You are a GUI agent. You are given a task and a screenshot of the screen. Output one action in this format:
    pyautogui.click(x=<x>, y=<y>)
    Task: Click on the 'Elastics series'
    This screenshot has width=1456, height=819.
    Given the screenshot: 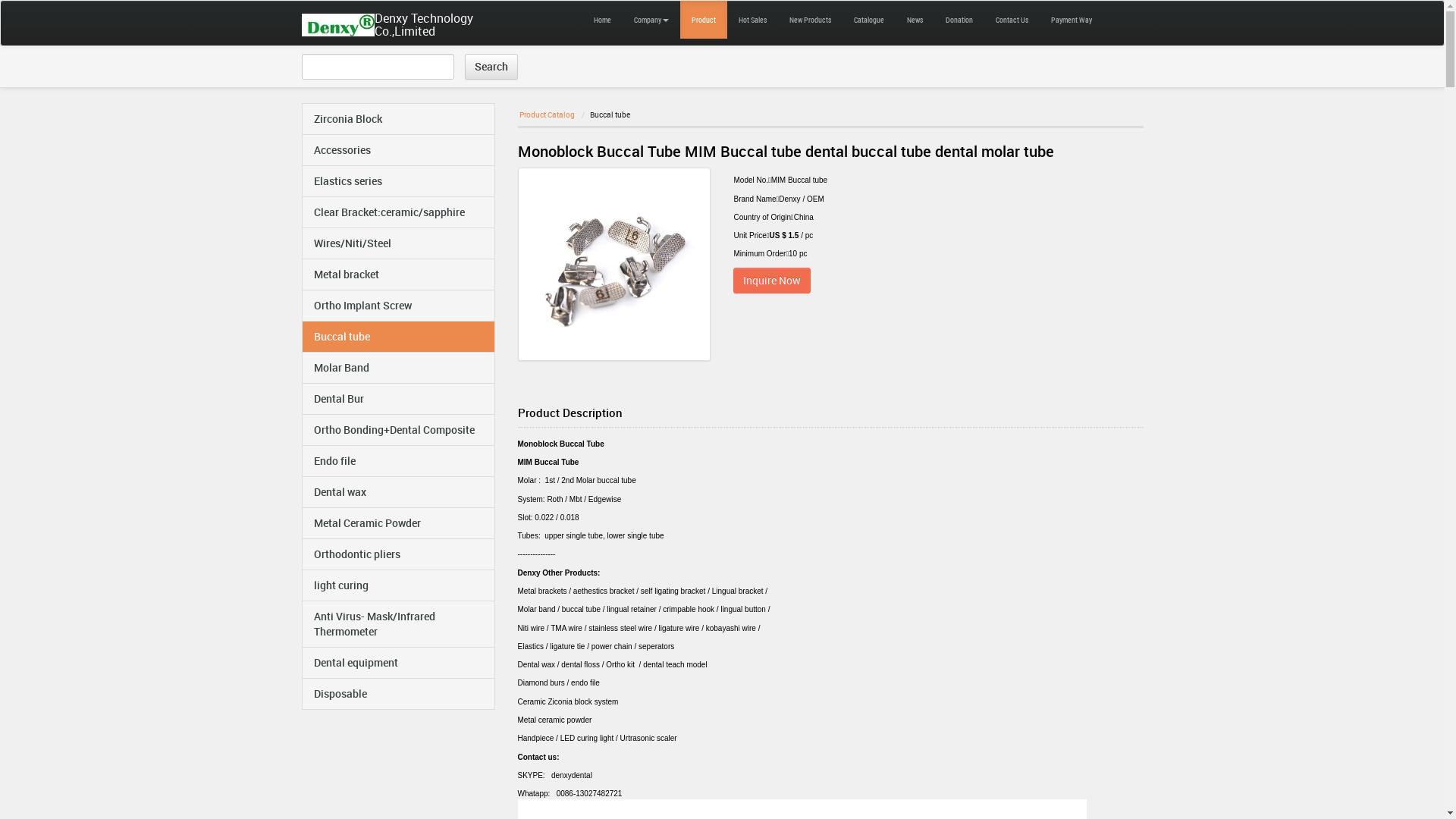 What is the action you would take?
    pyautogui.click(x=397, y=180)
    